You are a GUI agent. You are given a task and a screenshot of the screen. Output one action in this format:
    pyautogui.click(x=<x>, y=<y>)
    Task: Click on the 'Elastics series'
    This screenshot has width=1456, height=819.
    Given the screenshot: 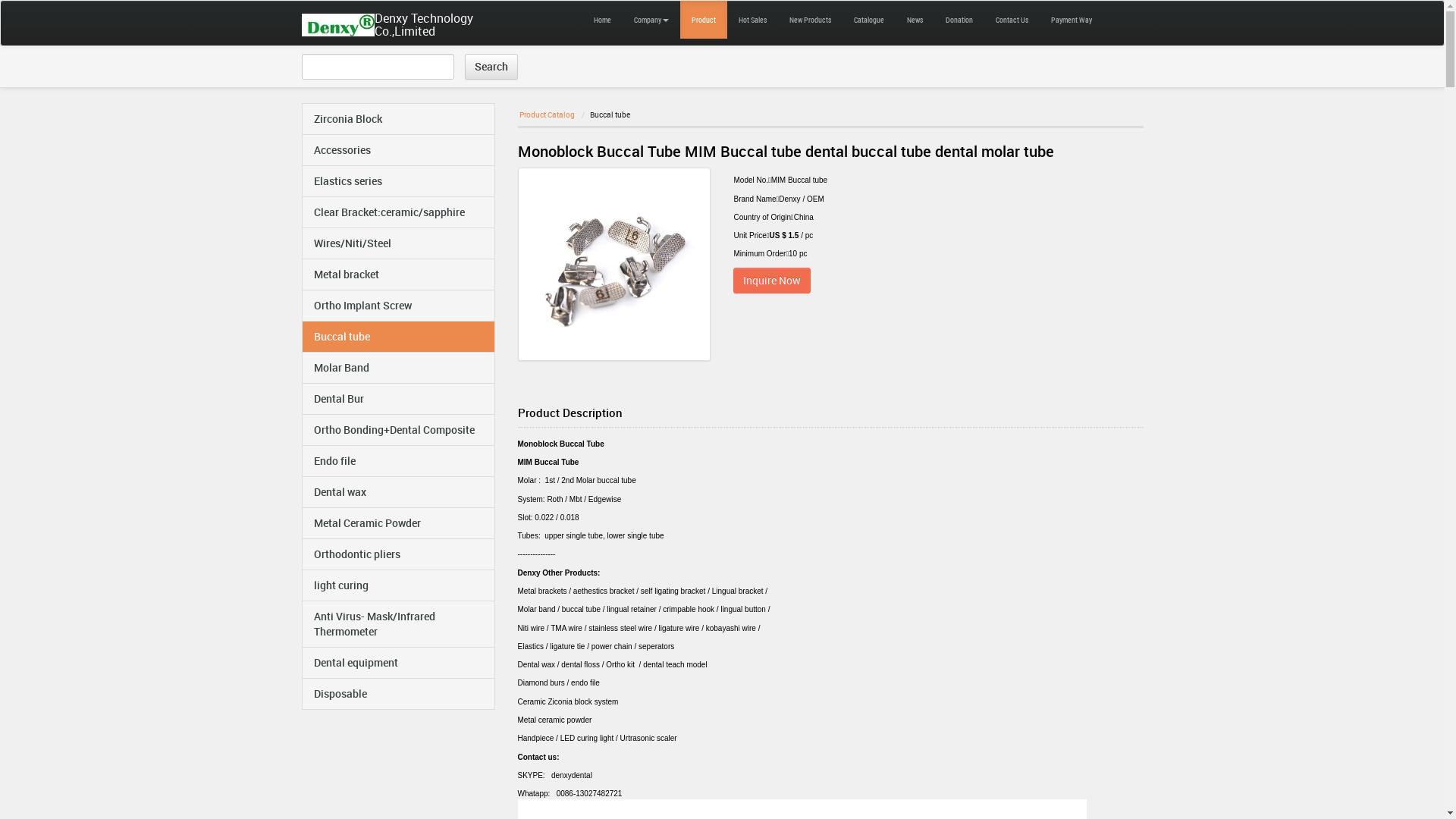 What is the action you would take?
    pyautogui.click(x=397, y=180)
    